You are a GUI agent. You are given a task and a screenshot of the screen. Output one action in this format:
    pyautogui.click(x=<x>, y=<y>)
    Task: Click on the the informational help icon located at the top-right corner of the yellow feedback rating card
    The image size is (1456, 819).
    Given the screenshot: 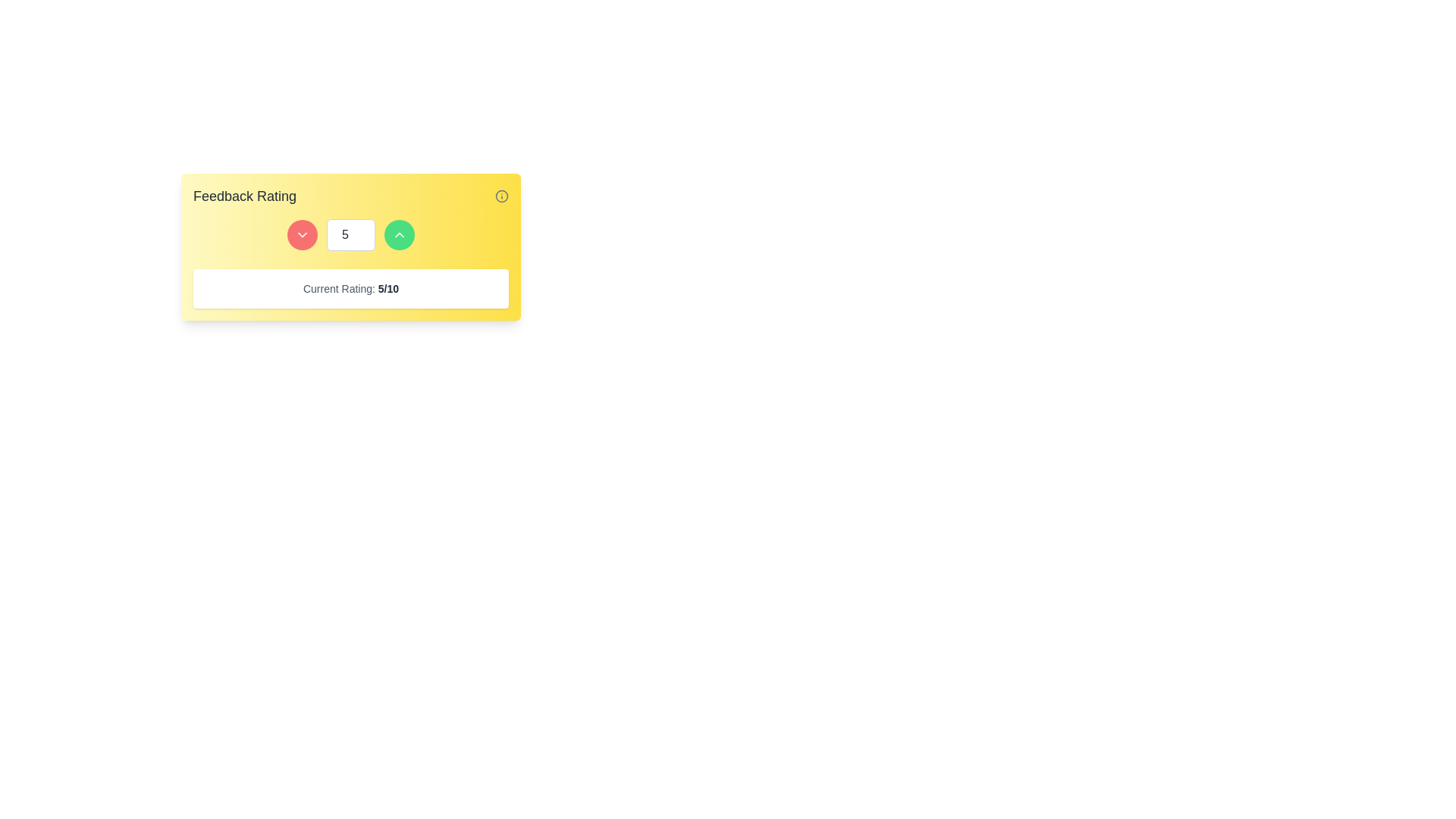 What is the action you would take?
    pyautogui.click(x=502, y=195)
    